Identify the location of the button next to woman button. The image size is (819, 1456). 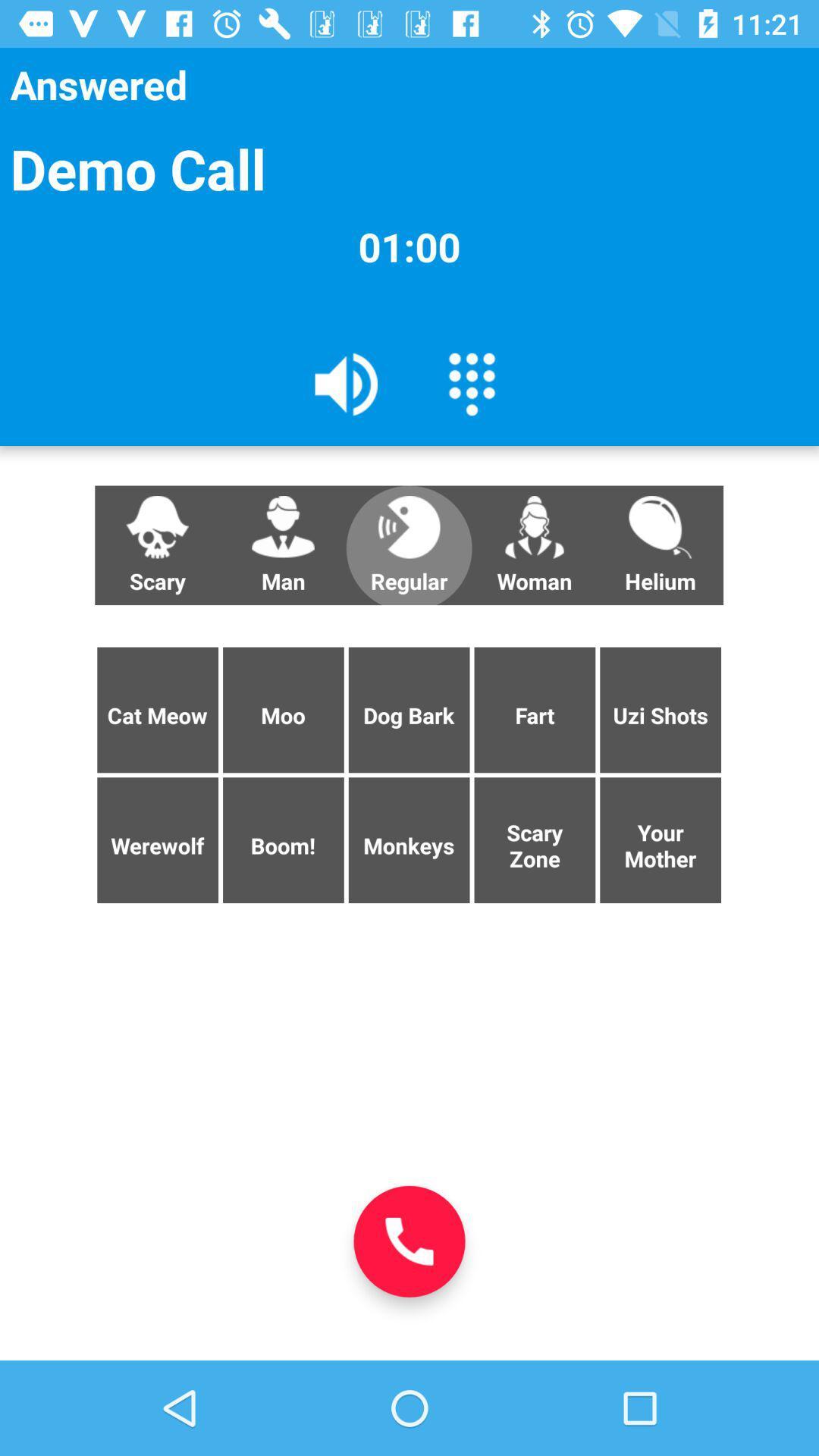
(660, 545).